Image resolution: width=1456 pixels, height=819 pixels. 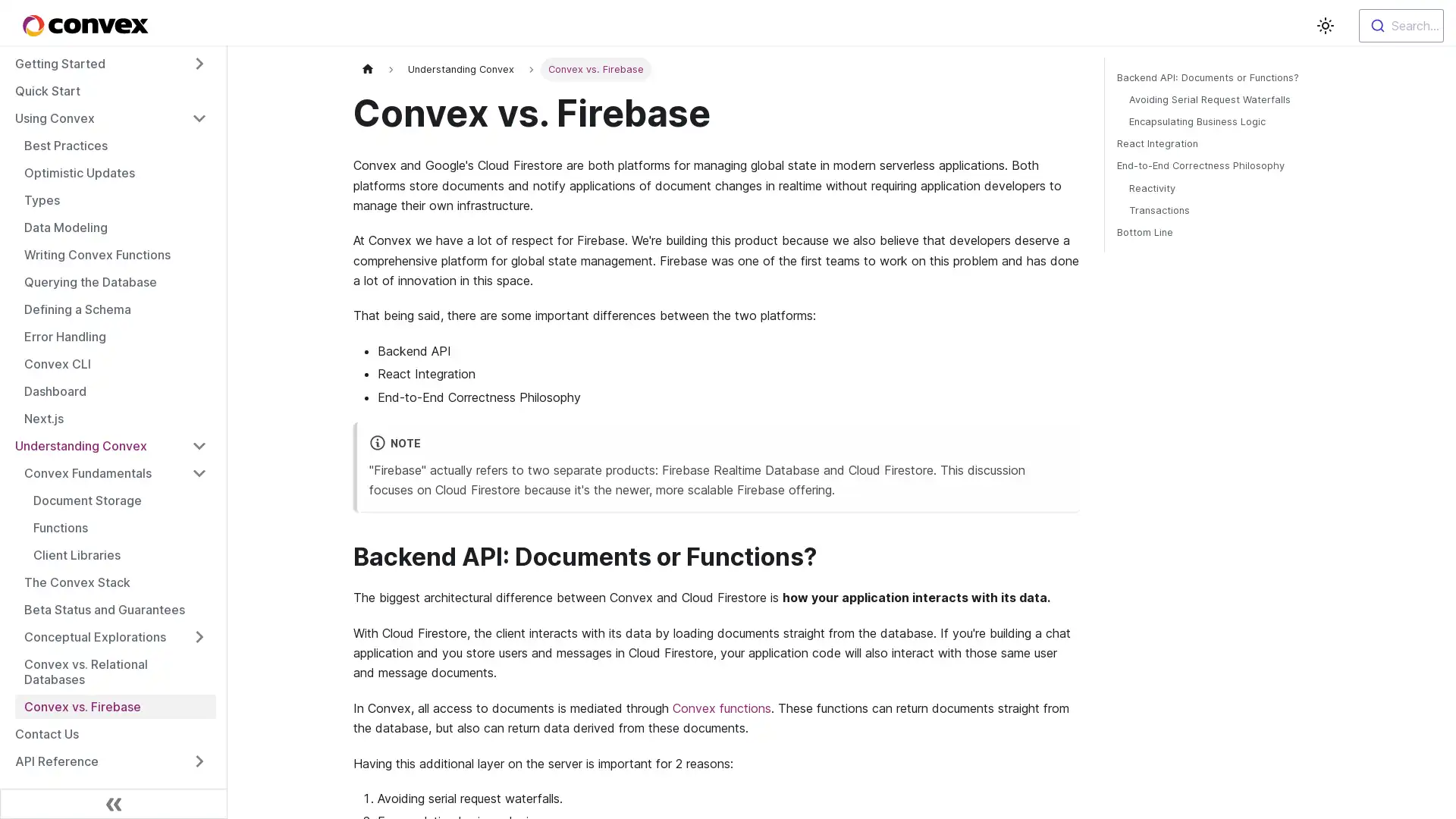 What do you see at coordinates (1324, 26) in the screenshot?
I see `Switch between dark and light mode (currently light mode)` at bounding box center [1324, 26].